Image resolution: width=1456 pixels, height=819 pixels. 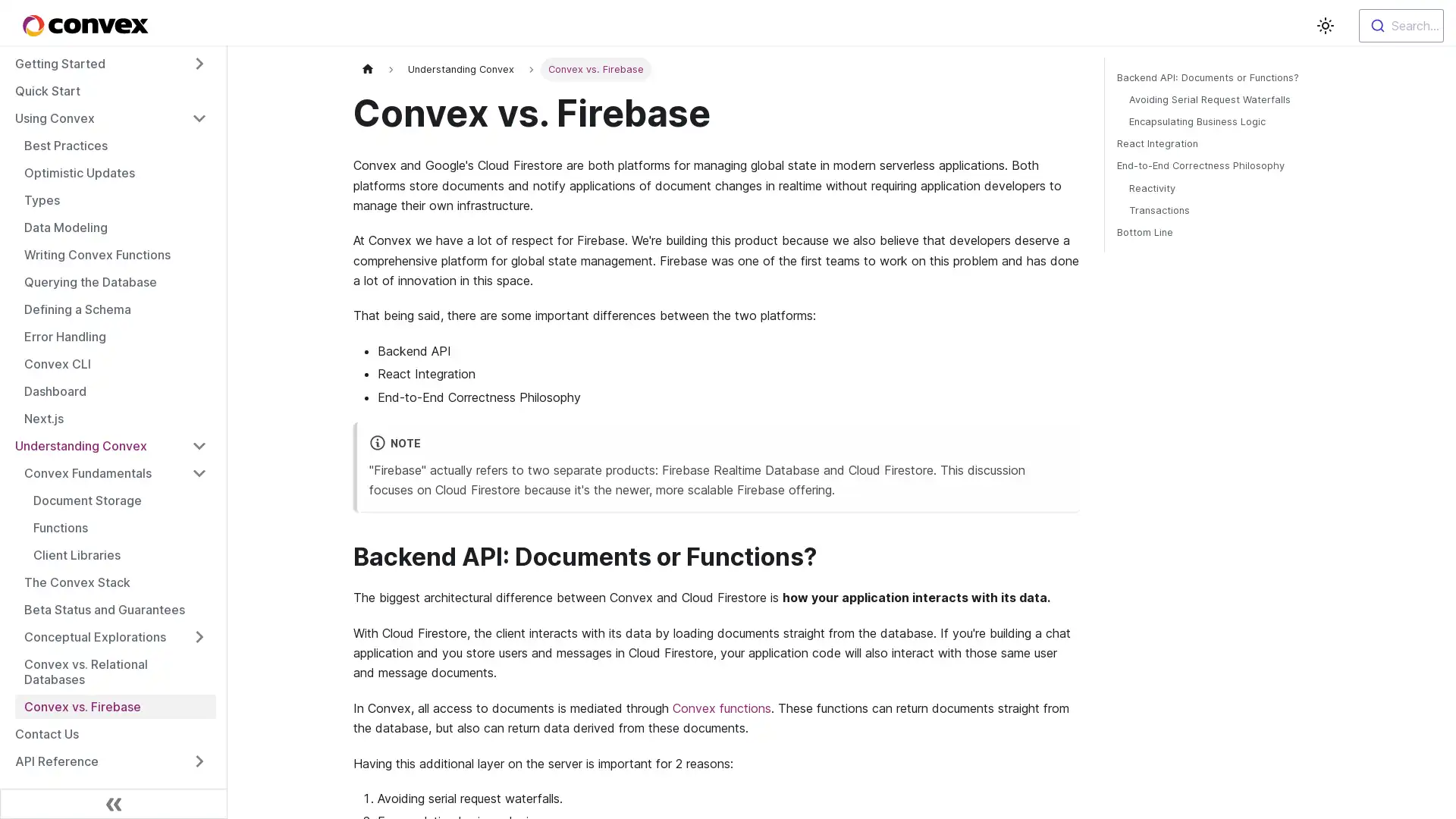 What do you see at coordinates (1324, 26) in the screenshot?
I see `Switch between dark and light mode (currently light mode)` at bounding box center [1324, 26].